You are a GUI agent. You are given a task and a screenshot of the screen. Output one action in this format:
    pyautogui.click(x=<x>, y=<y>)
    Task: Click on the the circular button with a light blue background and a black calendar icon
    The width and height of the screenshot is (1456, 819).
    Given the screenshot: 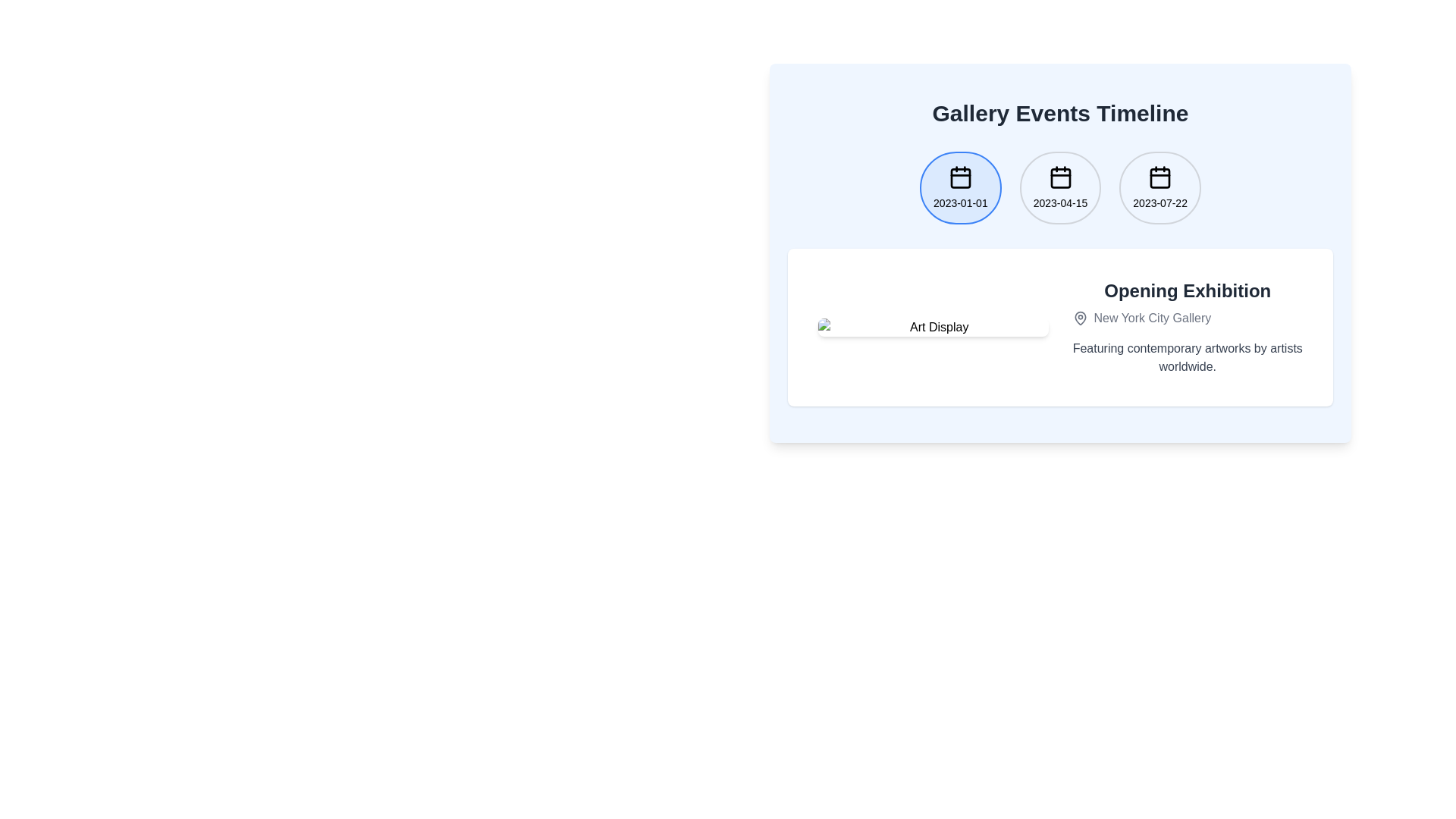 What is the action you would take?
    pyautogui.click(x=959, y=187)
    